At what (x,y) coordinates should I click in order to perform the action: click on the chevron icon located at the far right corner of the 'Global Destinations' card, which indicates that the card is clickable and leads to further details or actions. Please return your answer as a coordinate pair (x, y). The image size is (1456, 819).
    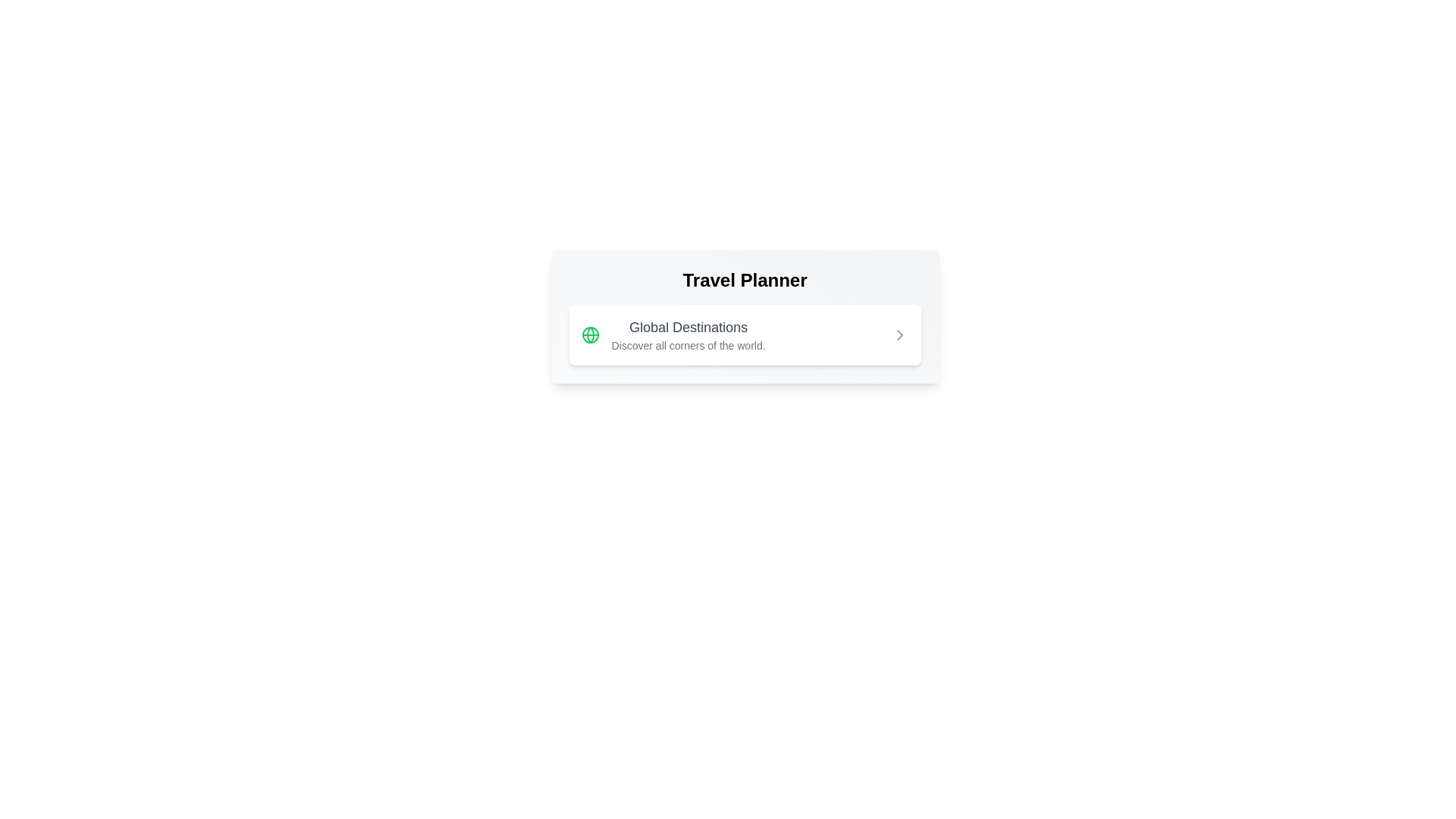
    Looking at the image, I should click on (899, 334).